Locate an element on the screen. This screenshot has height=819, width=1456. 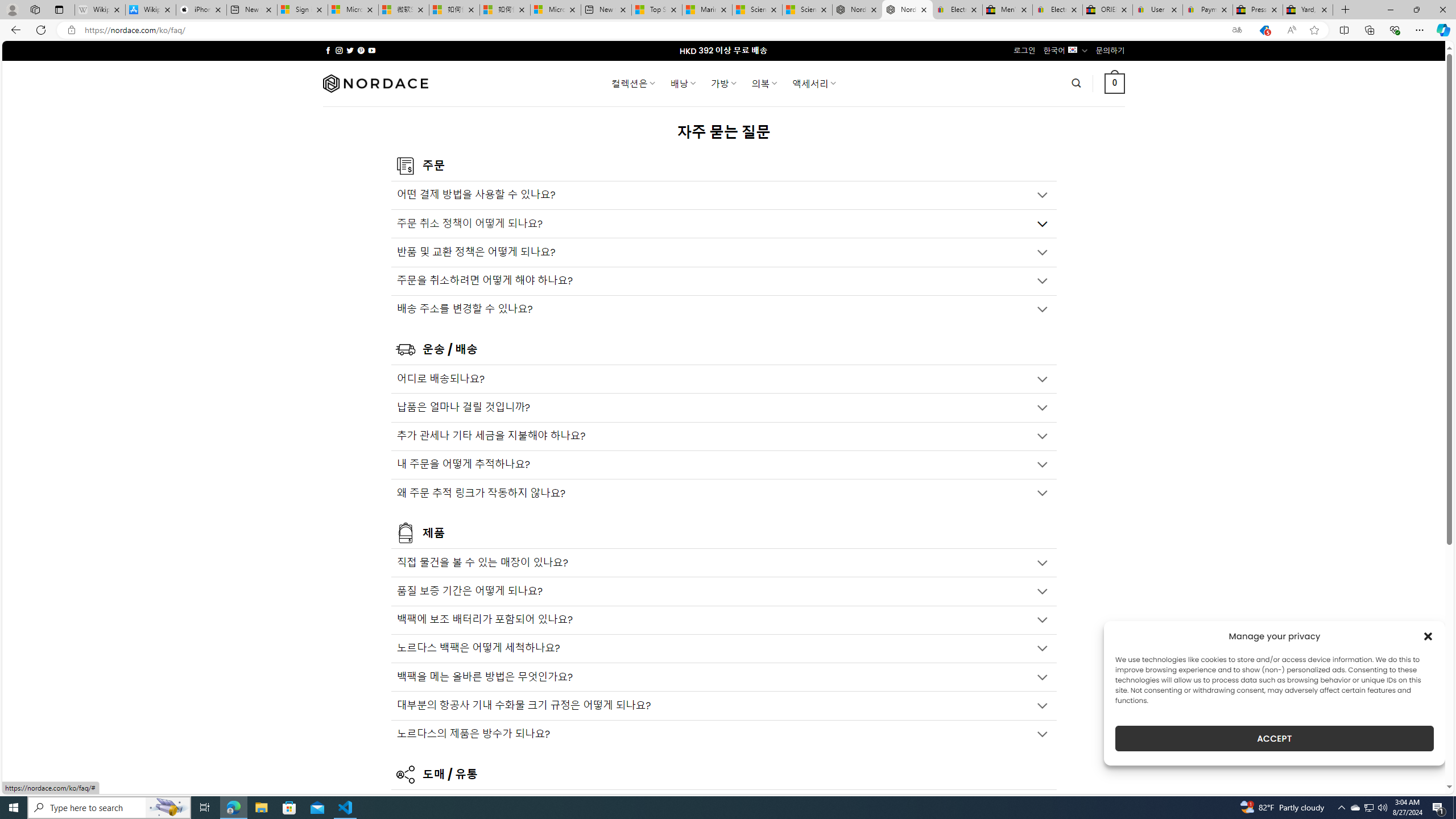
'ACCEPT' is located at coordinates (1275, 738).